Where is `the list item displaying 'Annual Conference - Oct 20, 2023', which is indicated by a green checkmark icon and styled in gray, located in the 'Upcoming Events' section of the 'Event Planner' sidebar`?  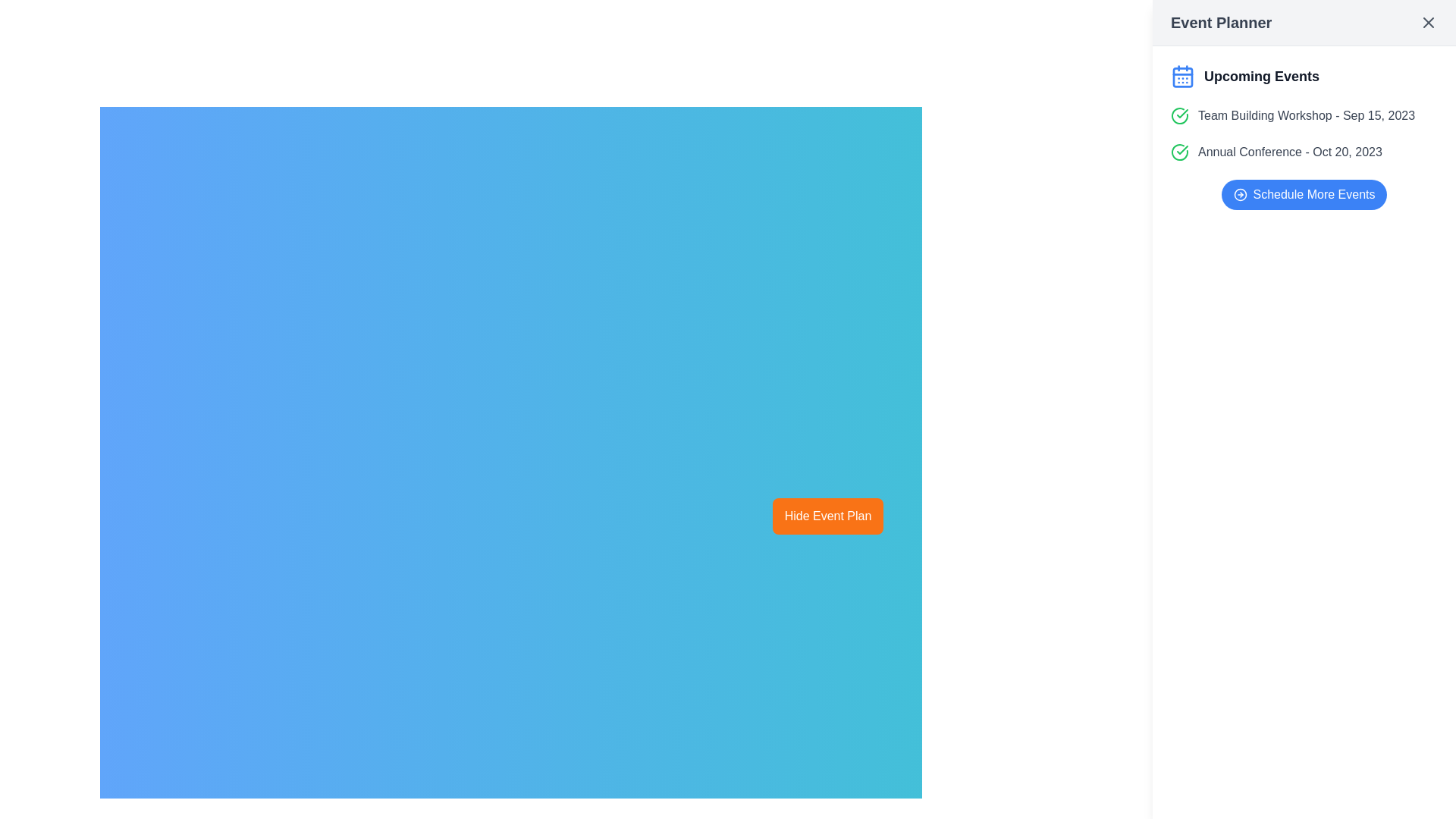
the list item displaying 'Annual Conference - Oct 20, 2023', which is indicated by a green checkmark icon and styled in gray, located in the 'Upcoming Events' section of the 'Event Planner' sidebar is located at coordinates (1303, 152).